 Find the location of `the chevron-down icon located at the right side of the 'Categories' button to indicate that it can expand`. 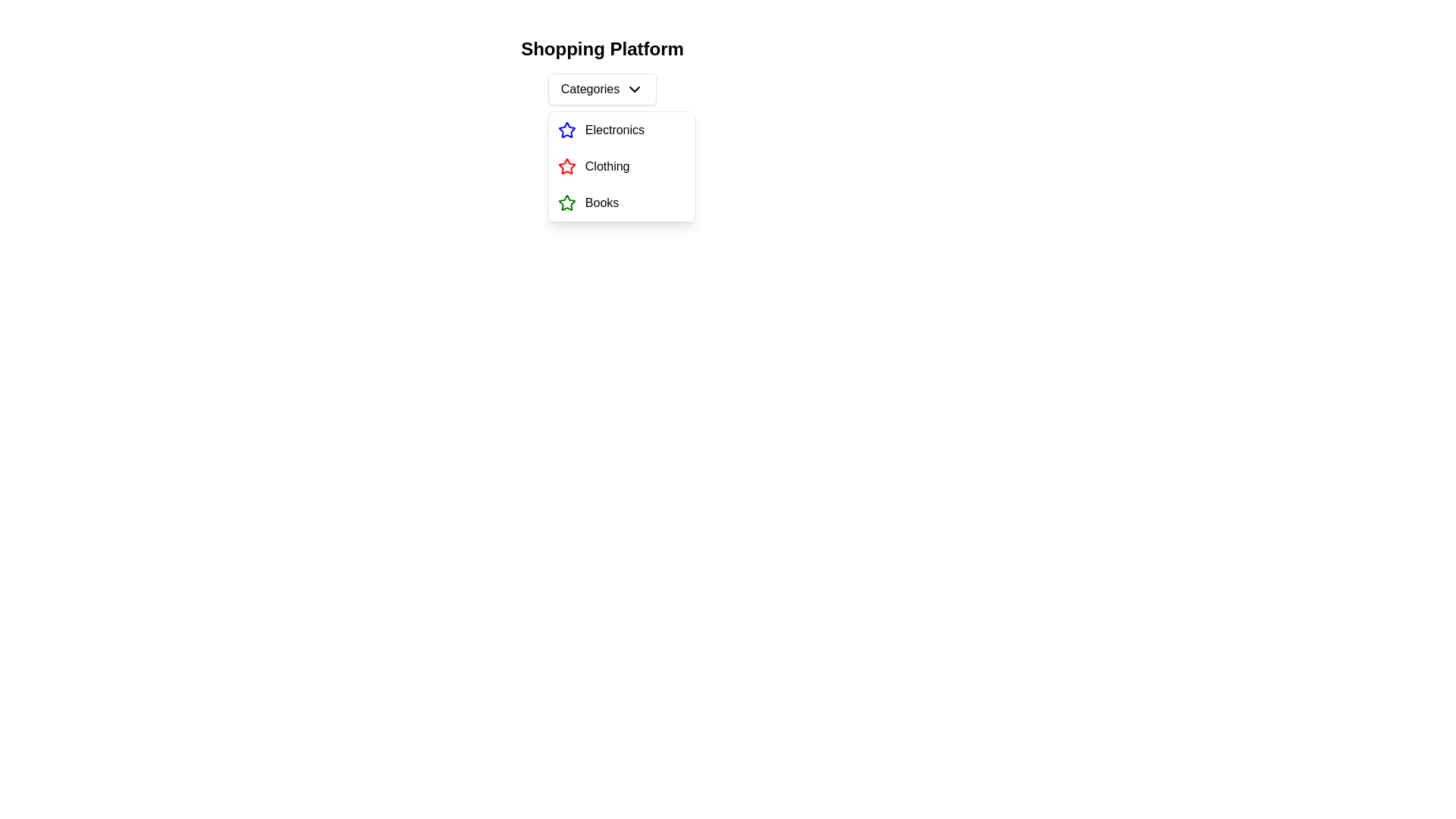

the chevron-down icon located at the right side of the 'Categories' button to indicate that it can expand is located at coordinates (635, 89).